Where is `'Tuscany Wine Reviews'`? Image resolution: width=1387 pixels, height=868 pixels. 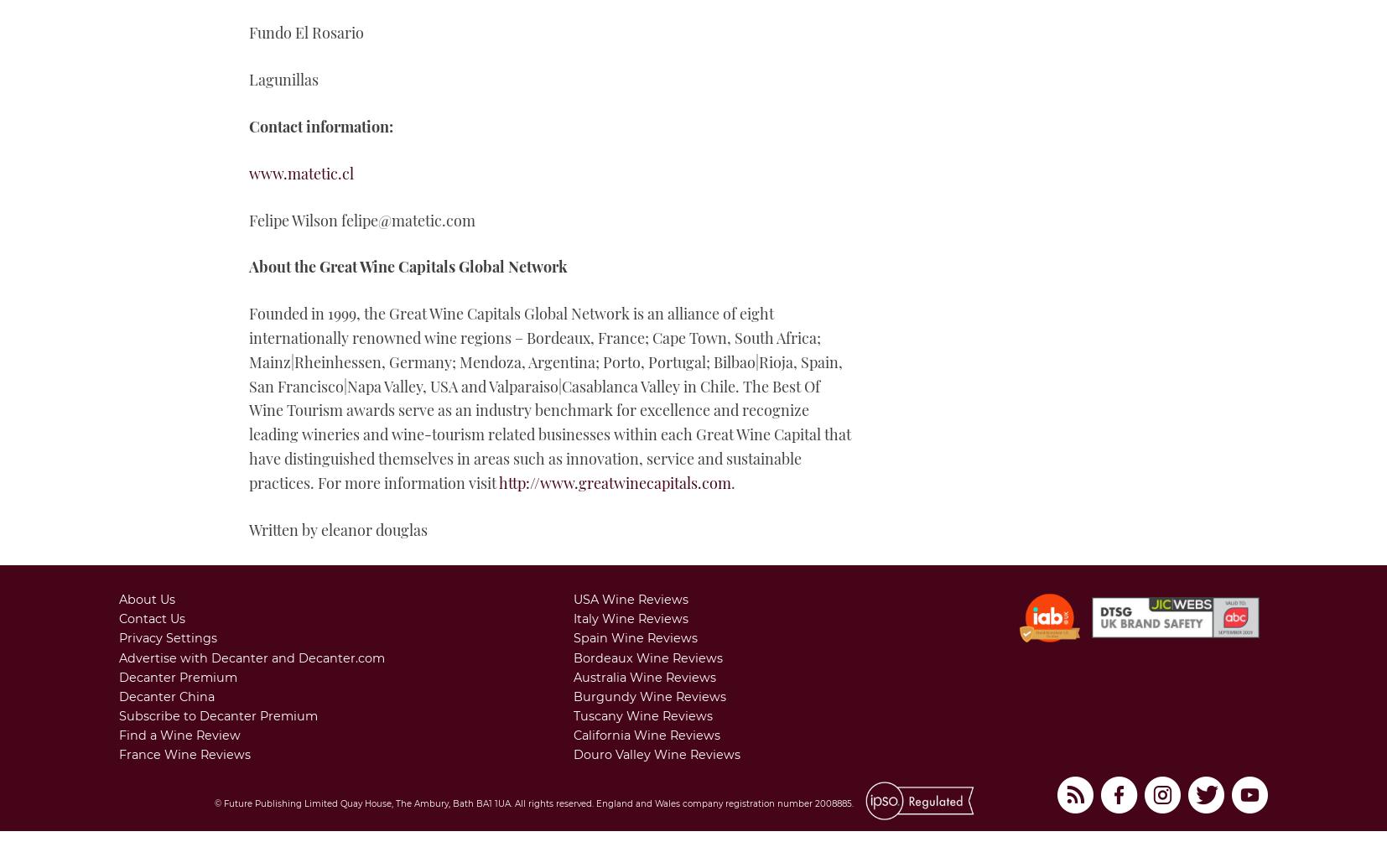
'Tuscany Wine Reviews' is located at coordinates (642, 715).